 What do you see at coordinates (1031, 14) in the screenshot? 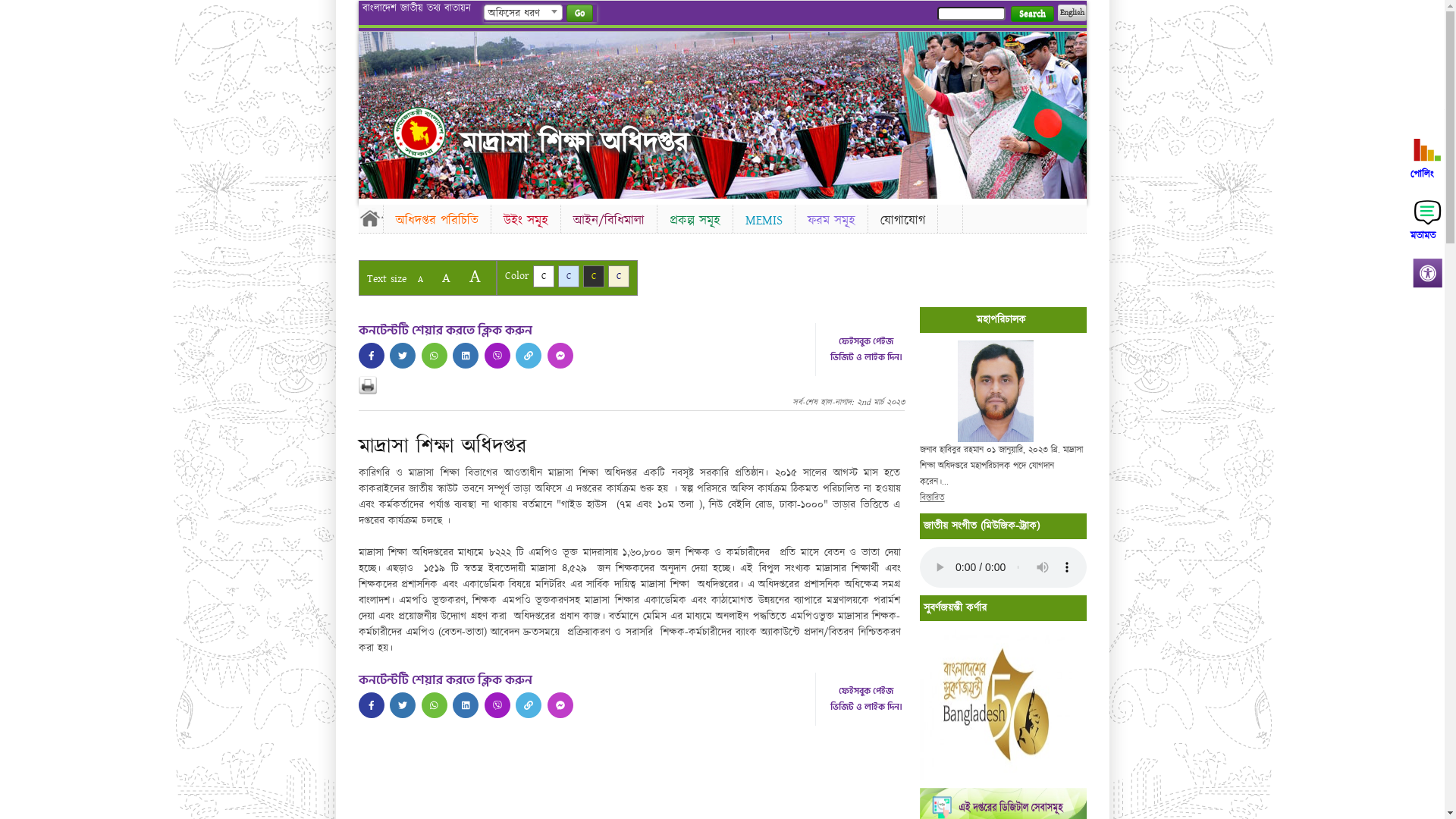
I see `'Search'` at bounding box center [1031, 14].